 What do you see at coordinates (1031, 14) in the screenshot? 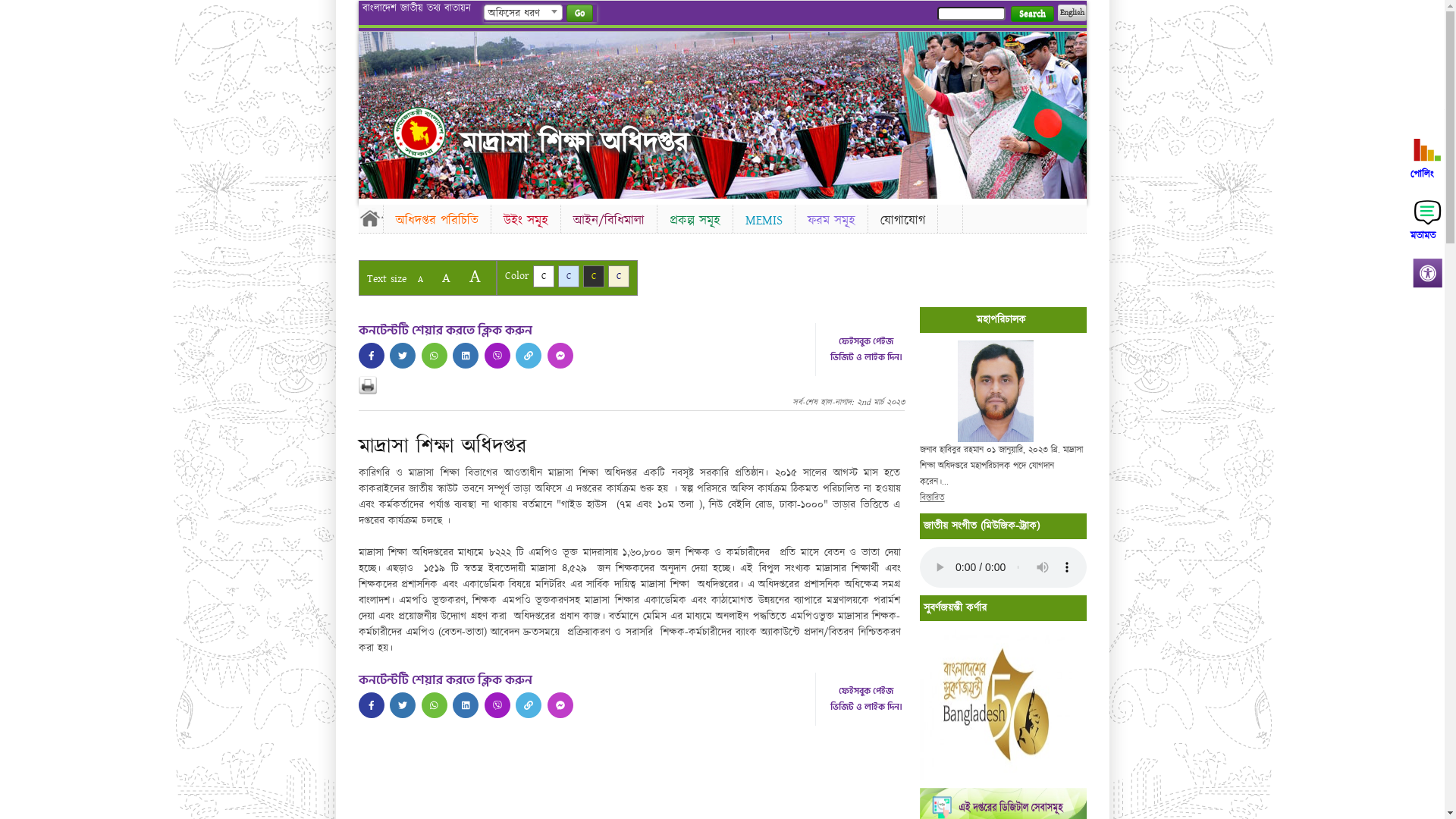
I see `'Search'` at bounding box center [1031, 14].